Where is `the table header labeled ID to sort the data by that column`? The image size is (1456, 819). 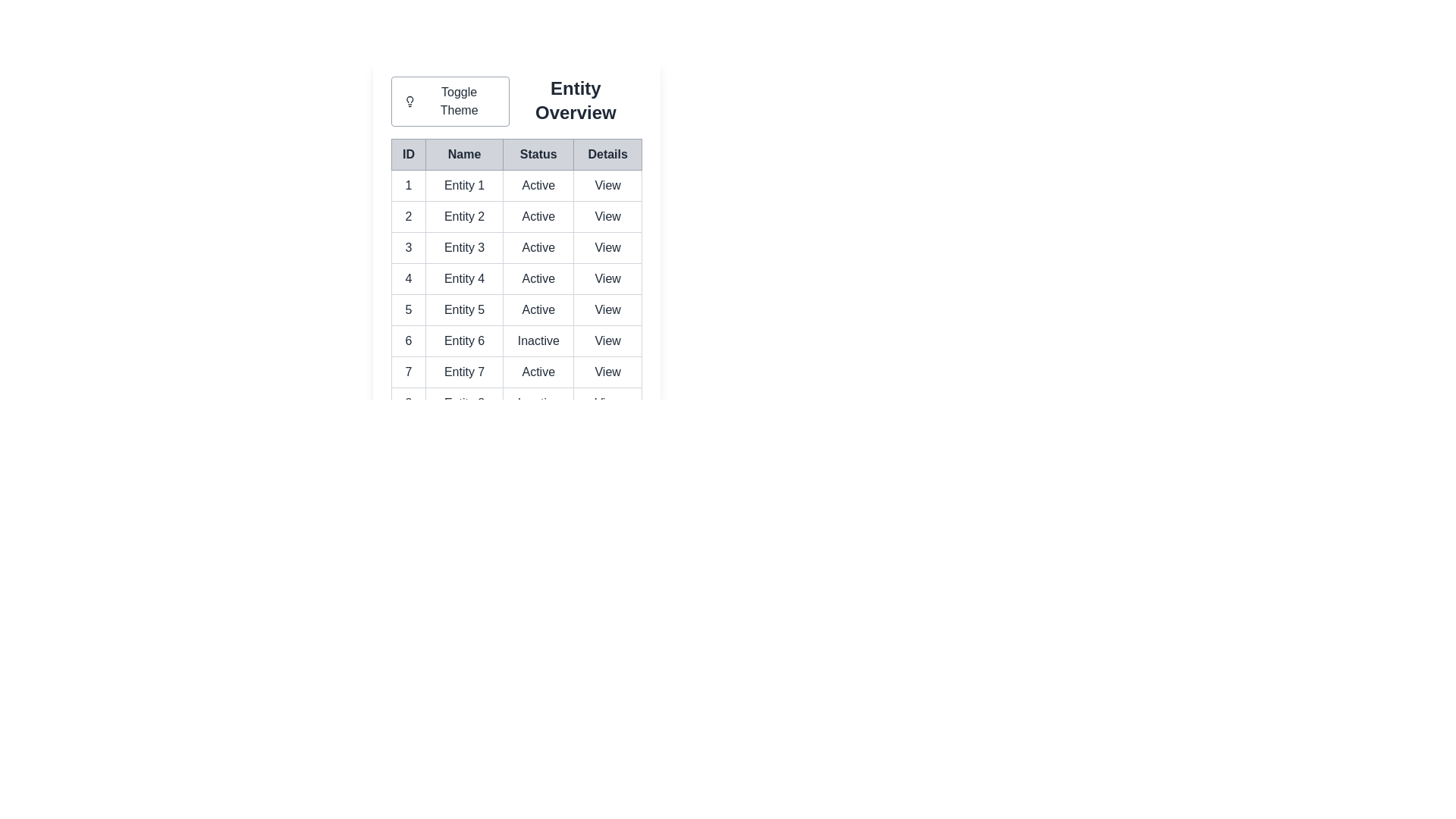 the table header labeled ID to sort the data by that column is located at coordinates (408, 155).